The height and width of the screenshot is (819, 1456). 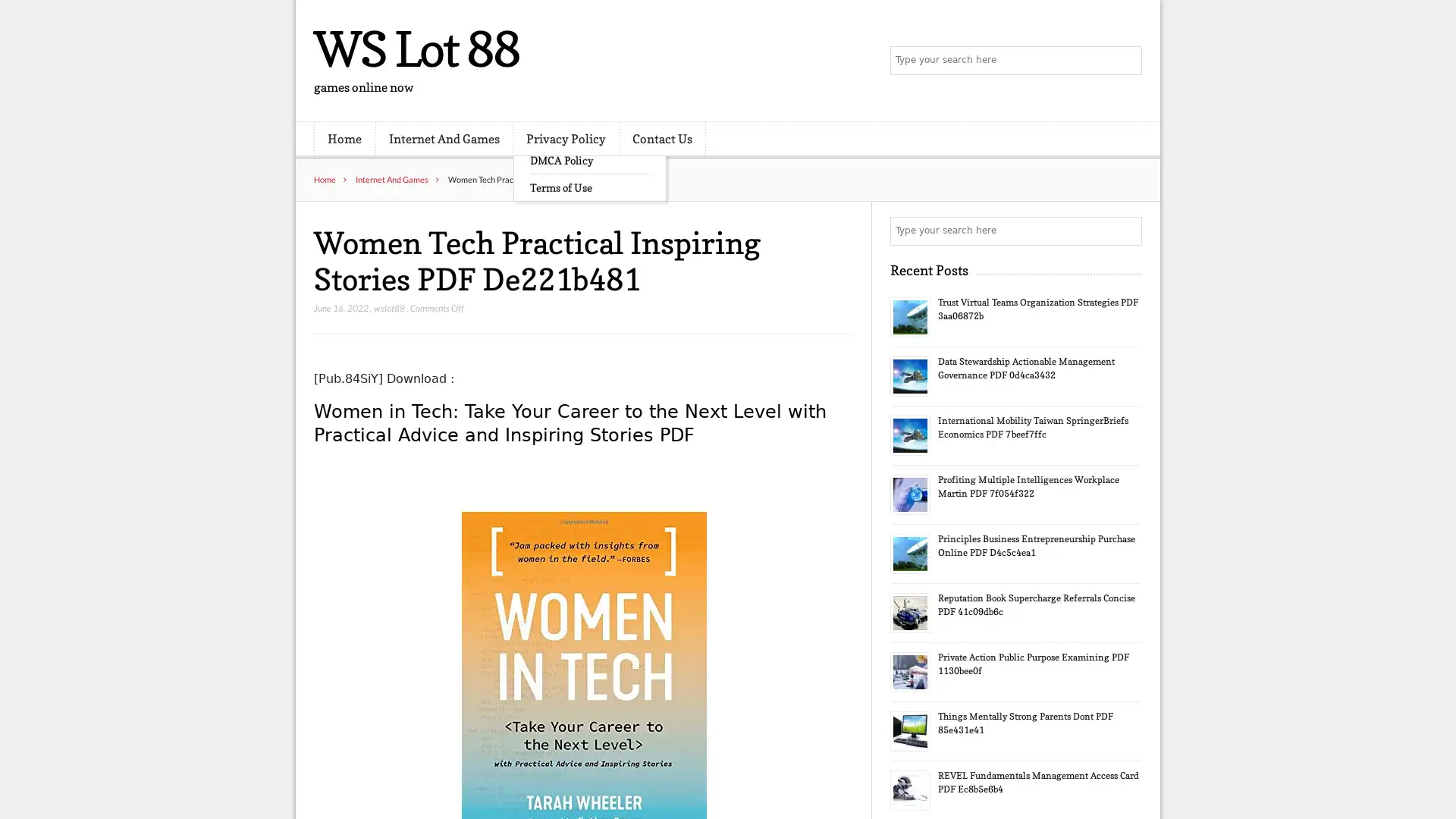 I want to click on Search, so click(x=1126, y=231).